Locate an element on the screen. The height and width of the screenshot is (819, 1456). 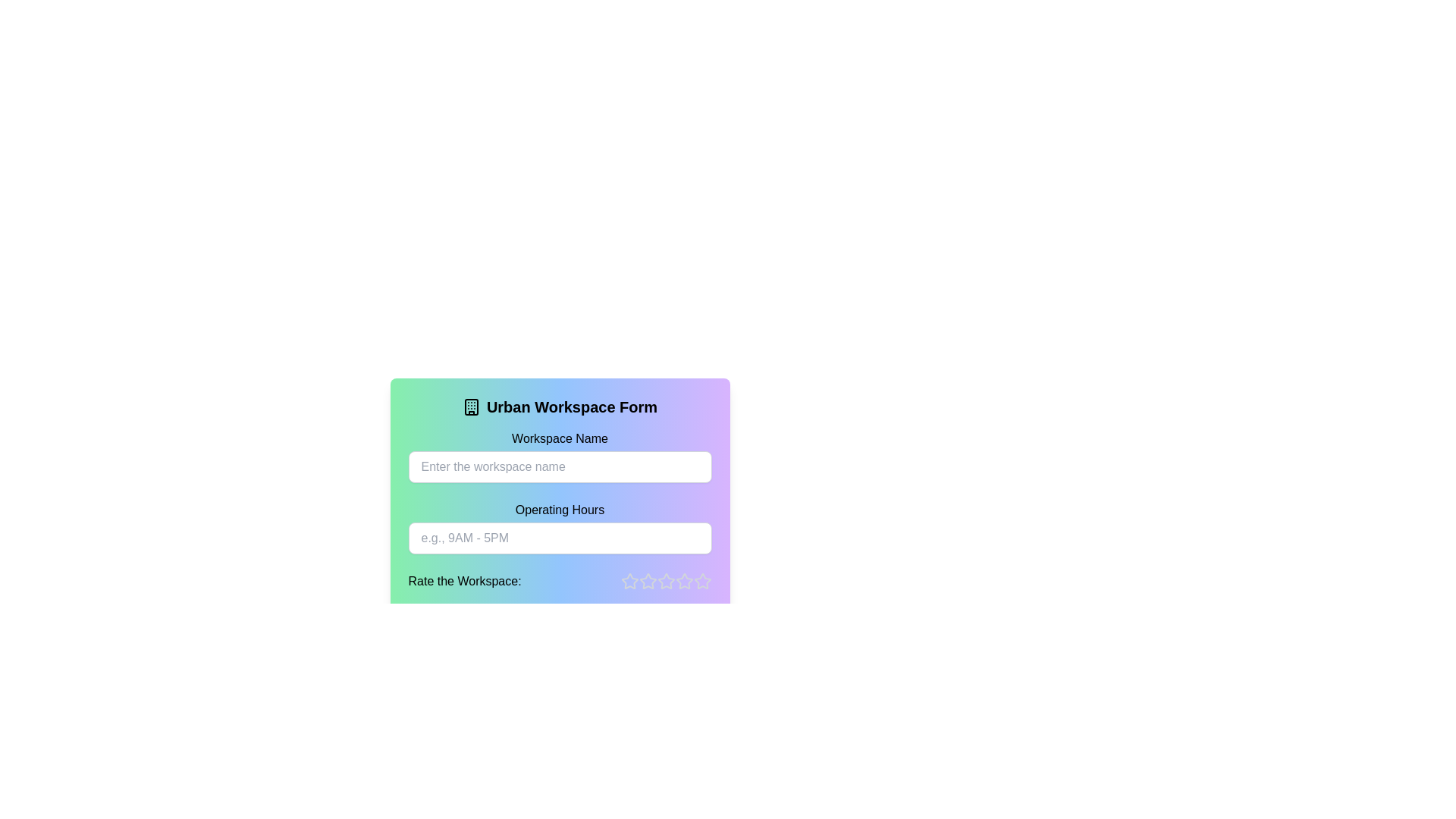
the text input field for 'Workspace Name' to focus the input area, which is styled with rounded corners and a light background color, located beneath the respective label is located at coordinates (559, 466).